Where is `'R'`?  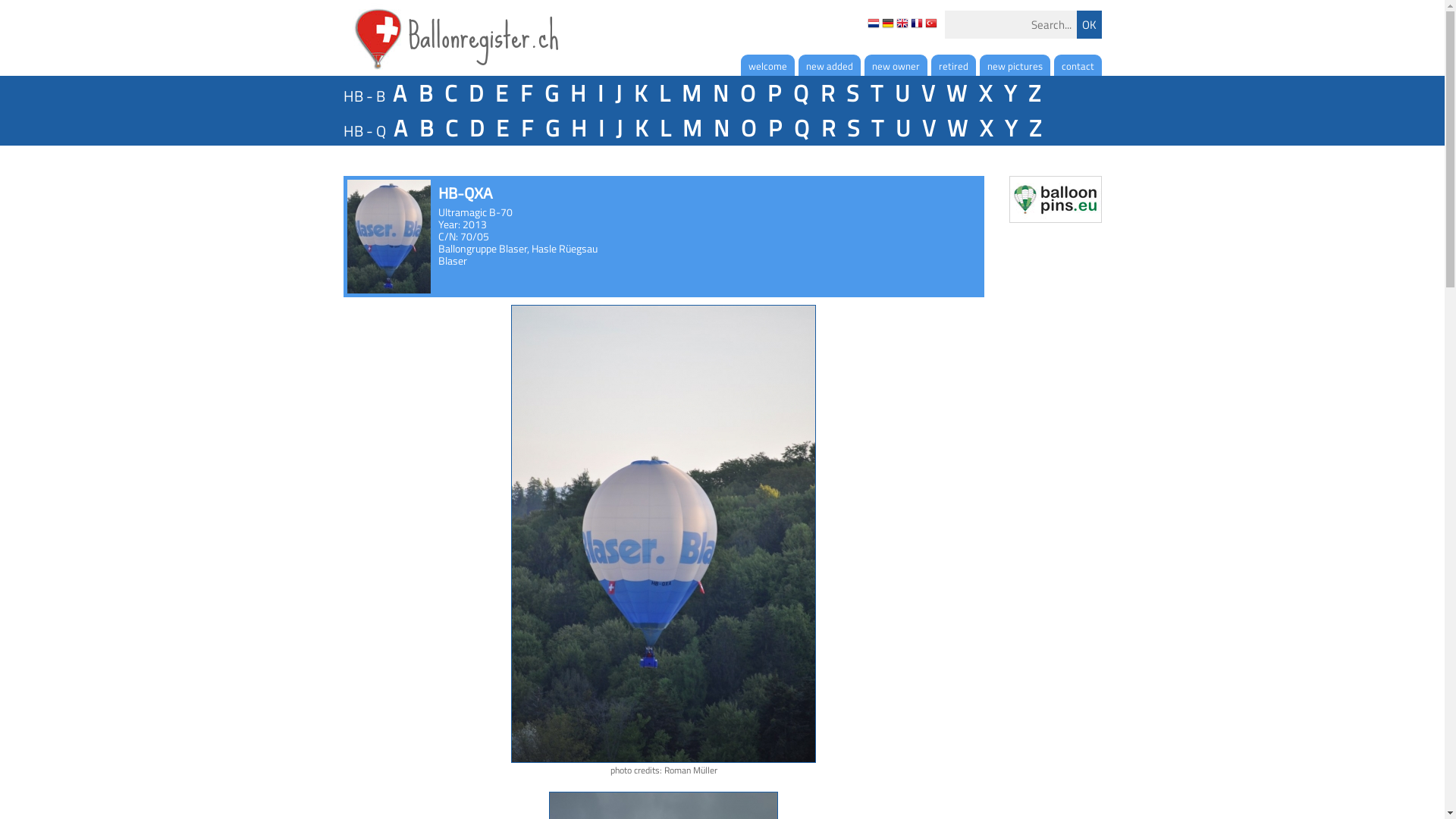
'R' is located at coordinates (814, 127).